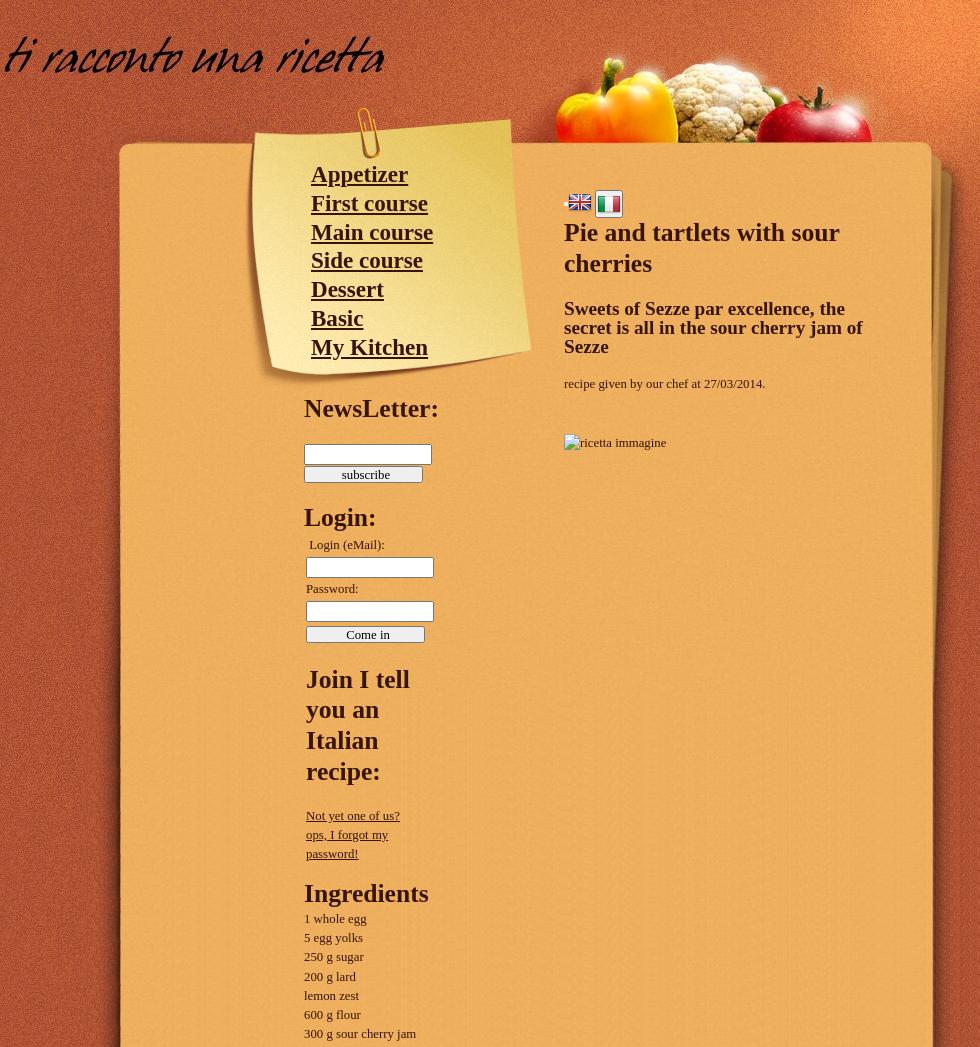 This screenshot has width=980, height=1047. Describe the element at coordinates (339, 516) in the screenshot. I see `'Login:'` at that location.